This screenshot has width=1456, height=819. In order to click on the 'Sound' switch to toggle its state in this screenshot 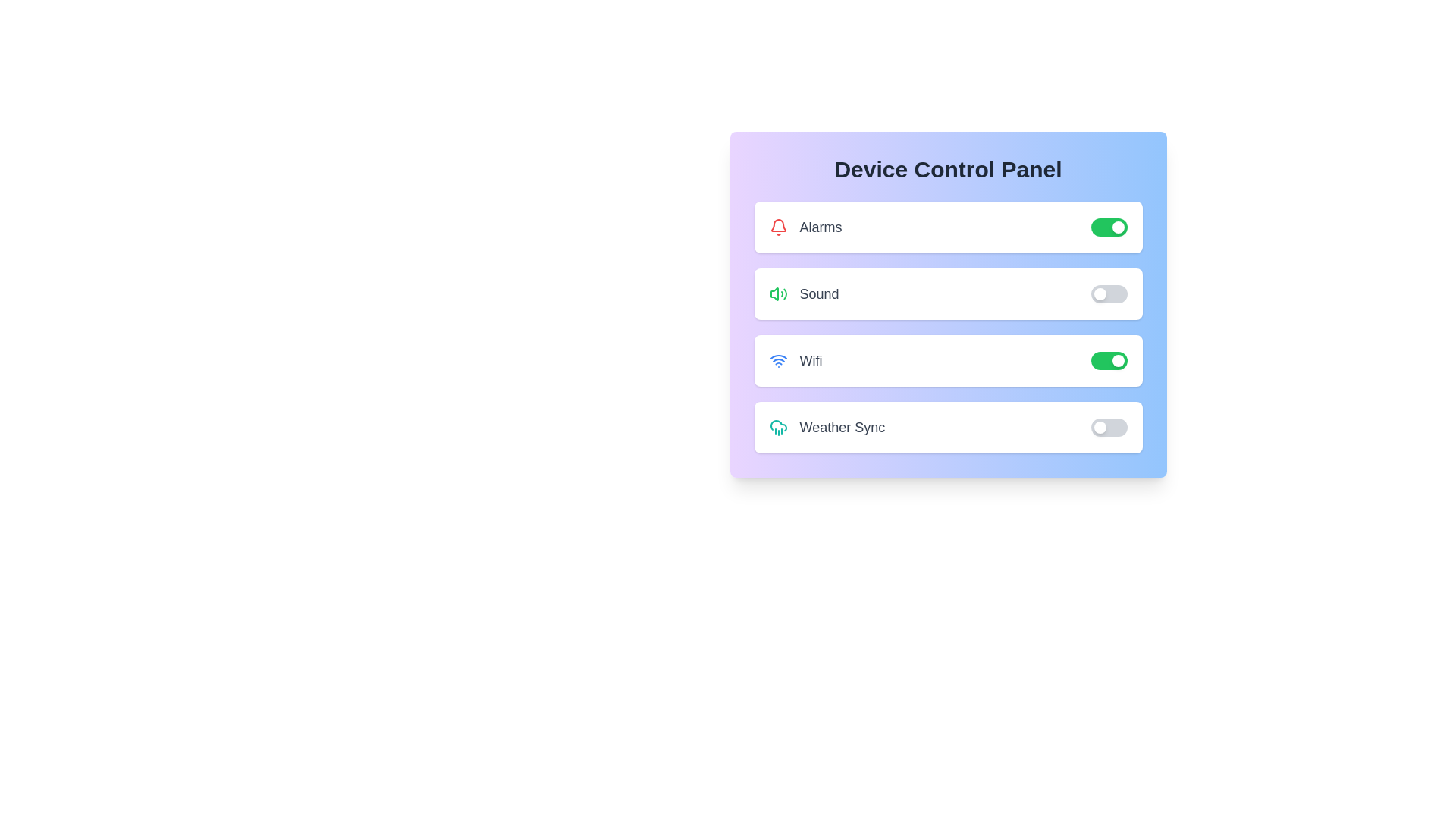, I will do `click(1109, 294)`.